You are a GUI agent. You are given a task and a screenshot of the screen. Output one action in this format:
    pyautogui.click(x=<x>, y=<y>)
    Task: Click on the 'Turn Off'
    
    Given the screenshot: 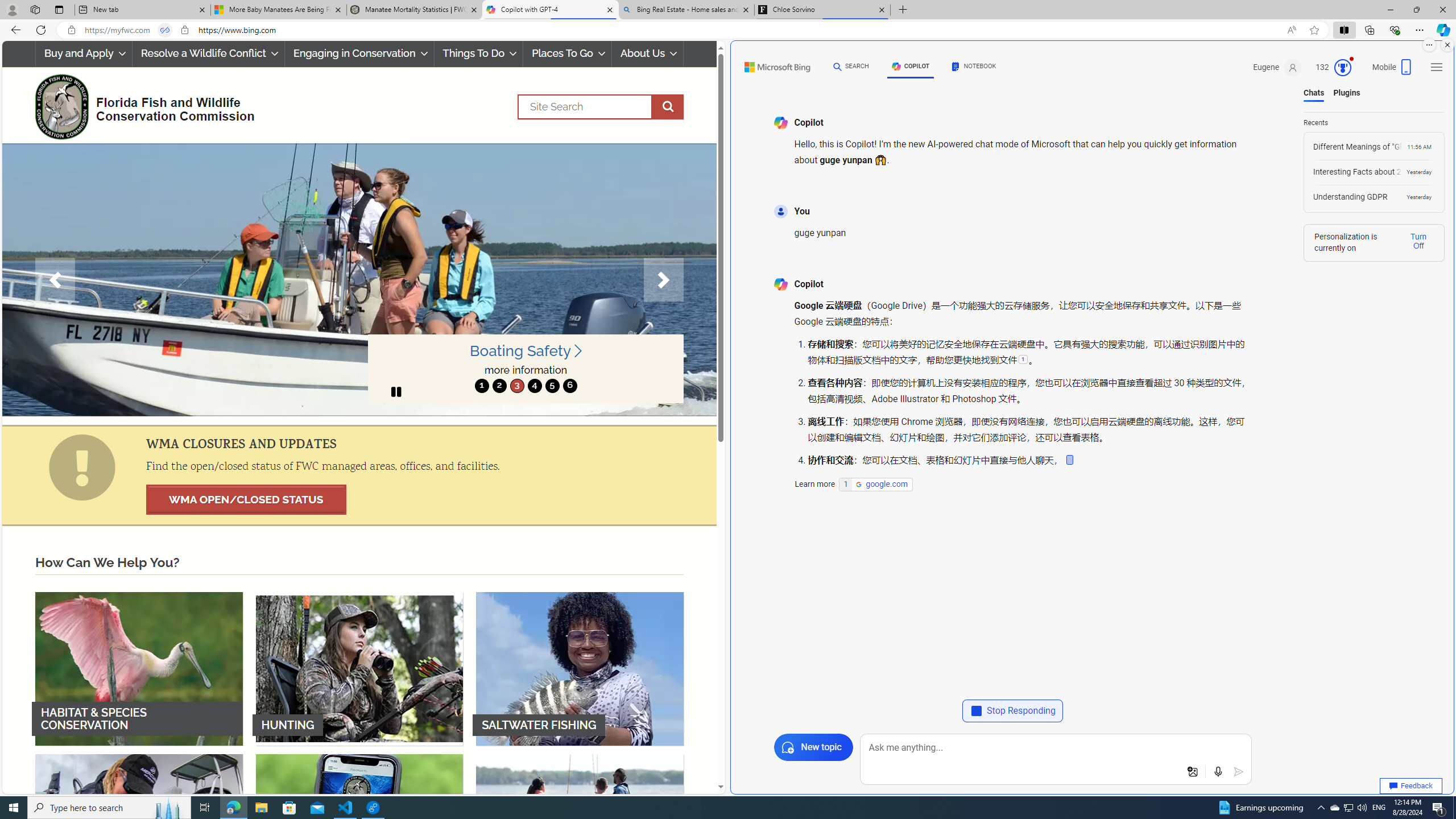 What is the action you would take?
    pyautogui.click(x=1417, y=241)
    